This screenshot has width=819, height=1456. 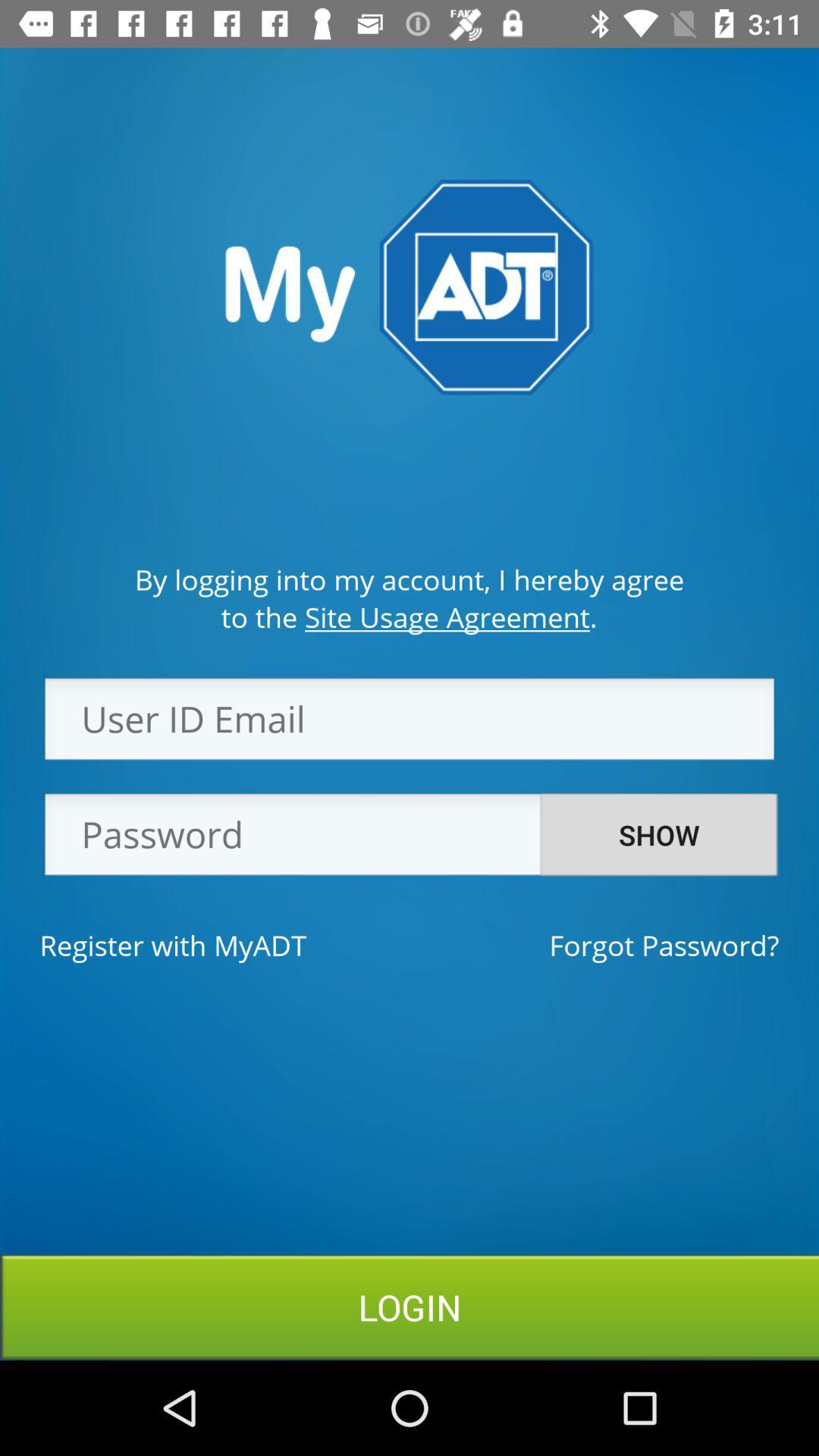 What do you see at coordinates (663, 944) in the screenshot?
I see `the forgot password? item` at bounding box center [663, 944].